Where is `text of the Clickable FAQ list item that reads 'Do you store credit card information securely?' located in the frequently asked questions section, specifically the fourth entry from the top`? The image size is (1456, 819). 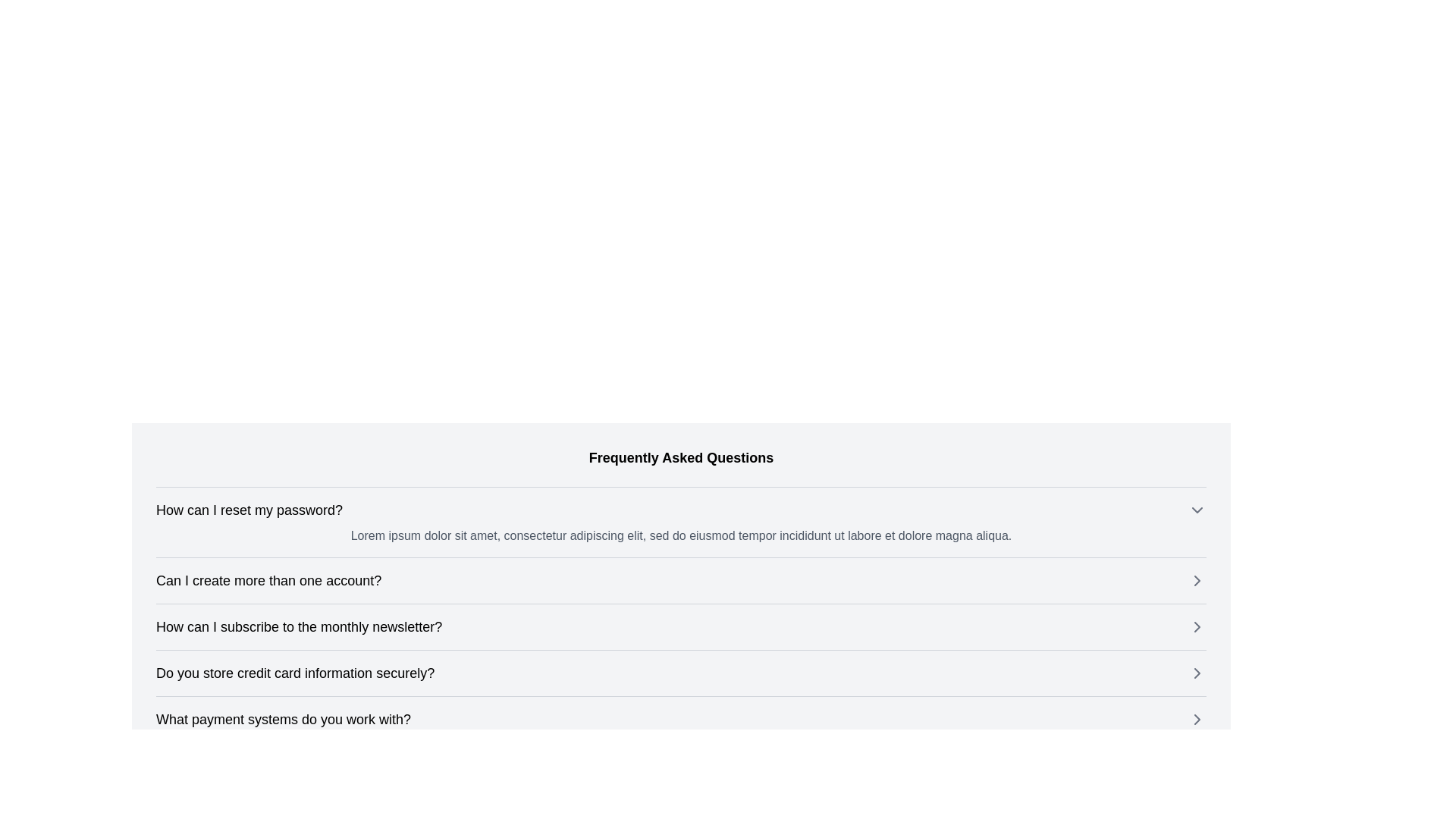 text of the Clickable FAQ list item that reads 'Do you store credit card information securely?' located in the frequently asked questions section, specifically the fourth entry from the top is located at coordinates (680, 672).